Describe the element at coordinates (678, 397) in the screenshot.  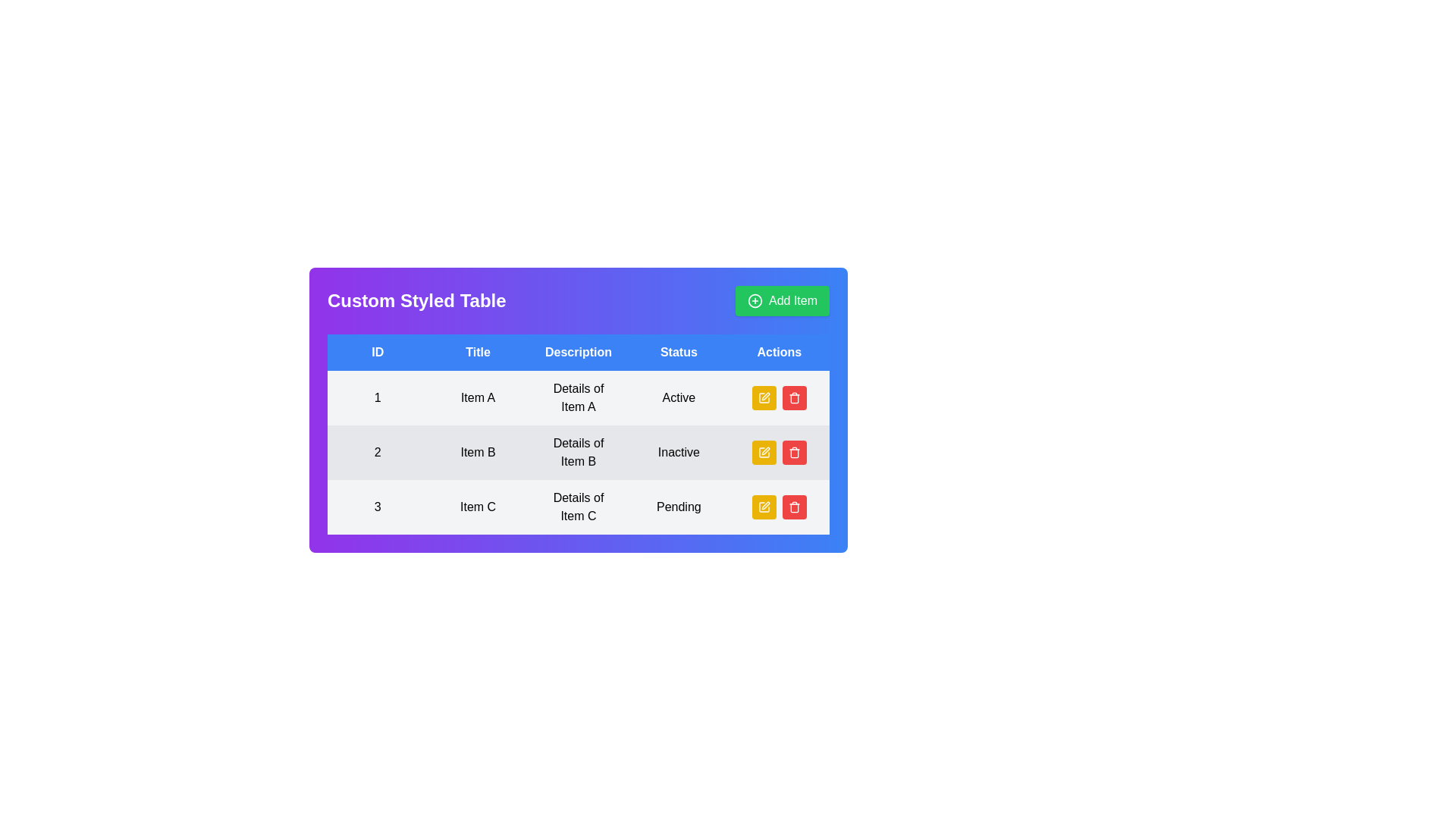
I see `the non-interactive status label in the fourth cell of the first row of the table, which indicates that the item is currently active` at that location.